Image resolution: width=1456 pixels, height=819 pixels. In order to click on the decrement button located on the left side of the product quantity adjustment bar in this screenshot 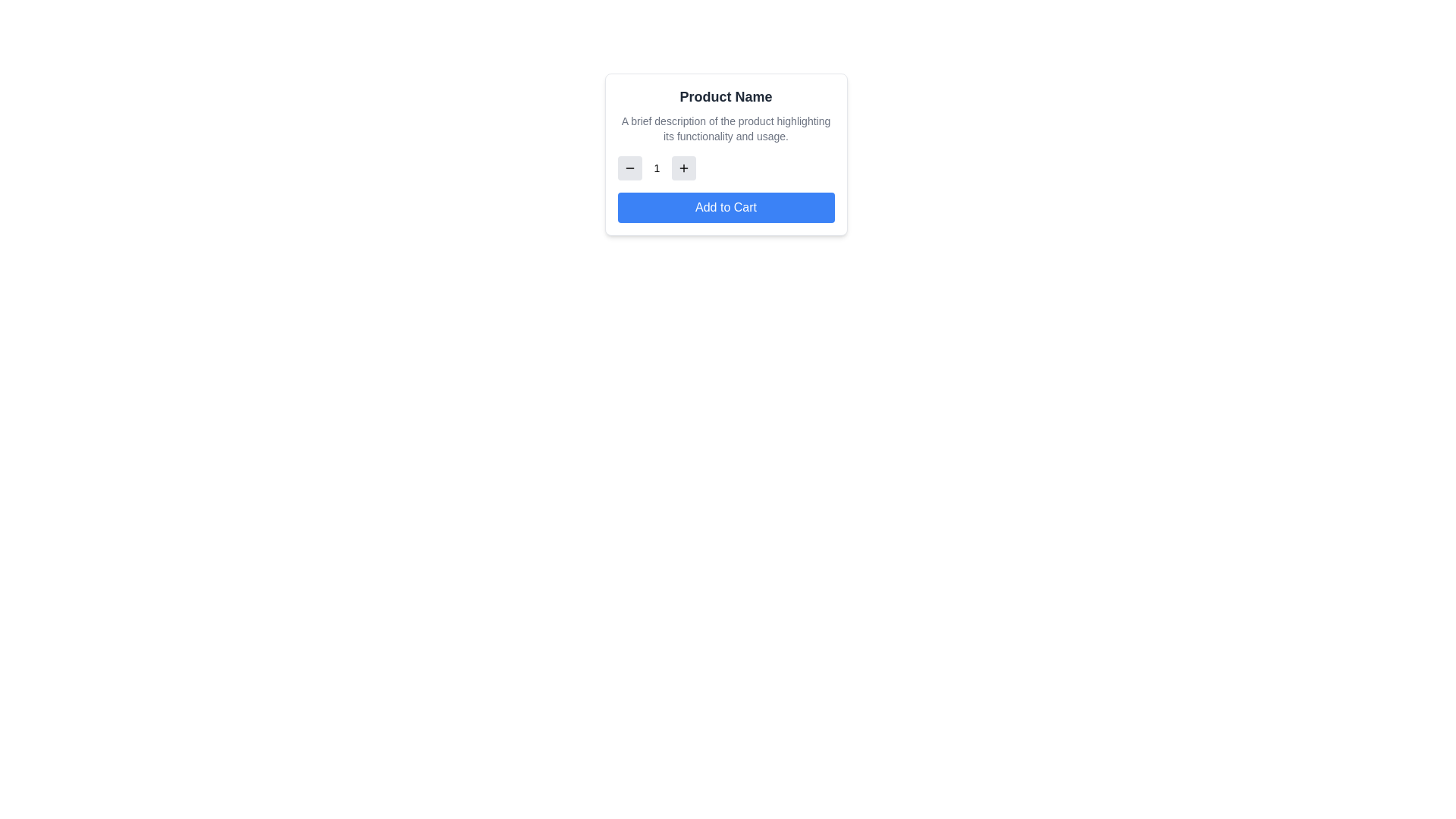, I will do `click(629, 168)`.